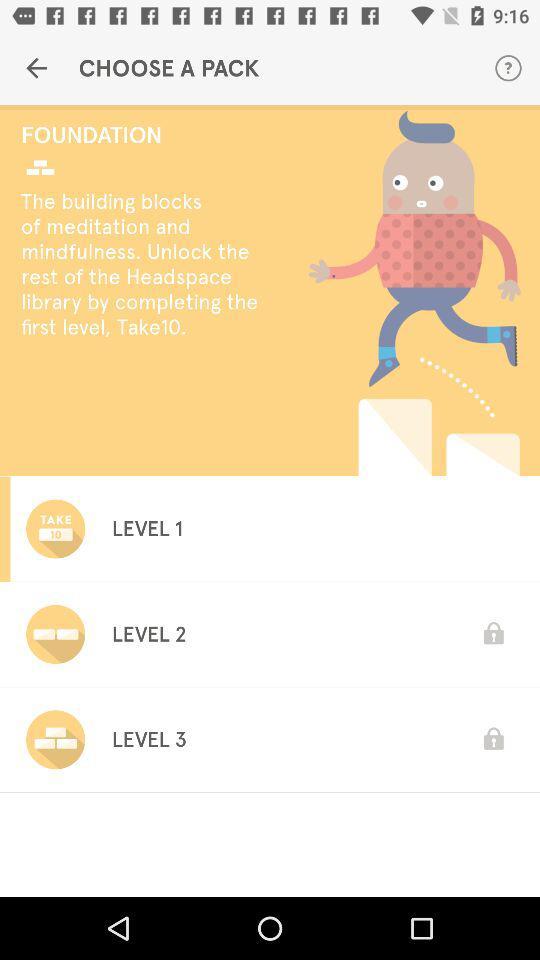  Describe the element at coordinates (36, 68) in the screenshot. I see `icon next to the choose a pack item` at that location.